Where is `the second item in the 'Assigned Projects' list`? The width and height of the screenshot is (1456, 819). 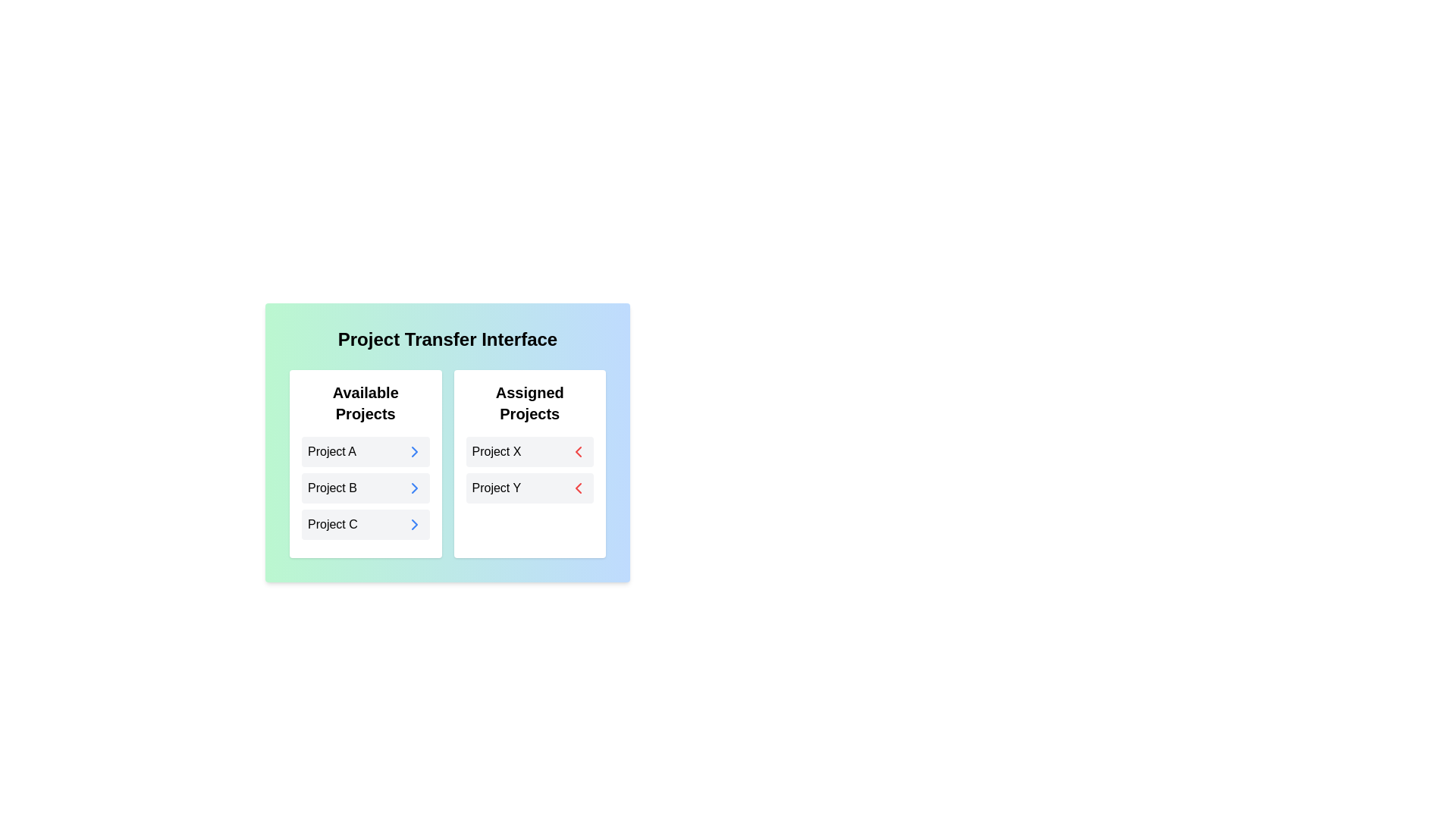
the second item in the 'Assigned Projects' list is located at coordinates (529, 488).